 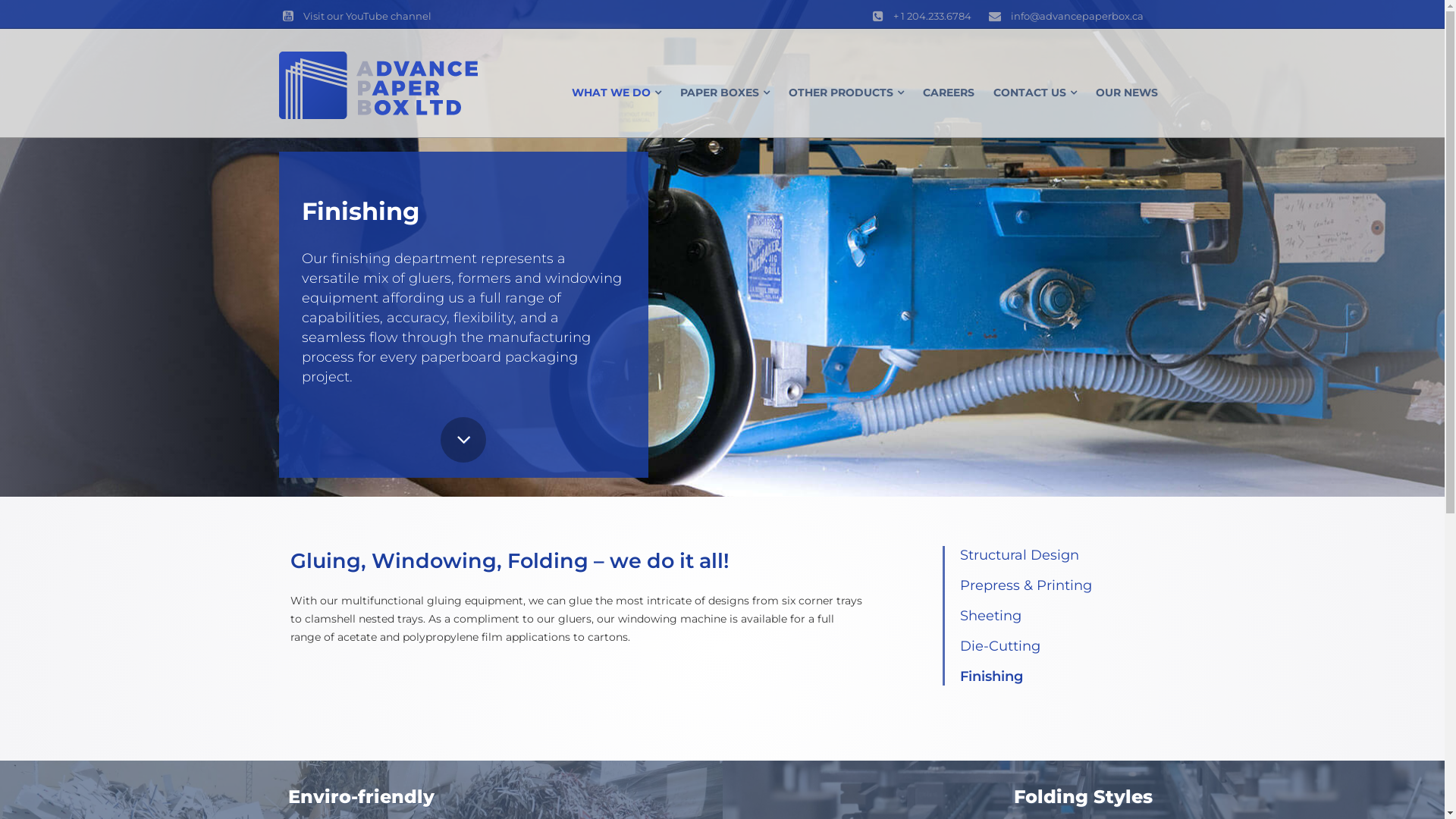 What do you see at coordinates (846, 93) in the screenshot?
I see `'OTHER PRODUCTS'` at bounding box center [846, 93].